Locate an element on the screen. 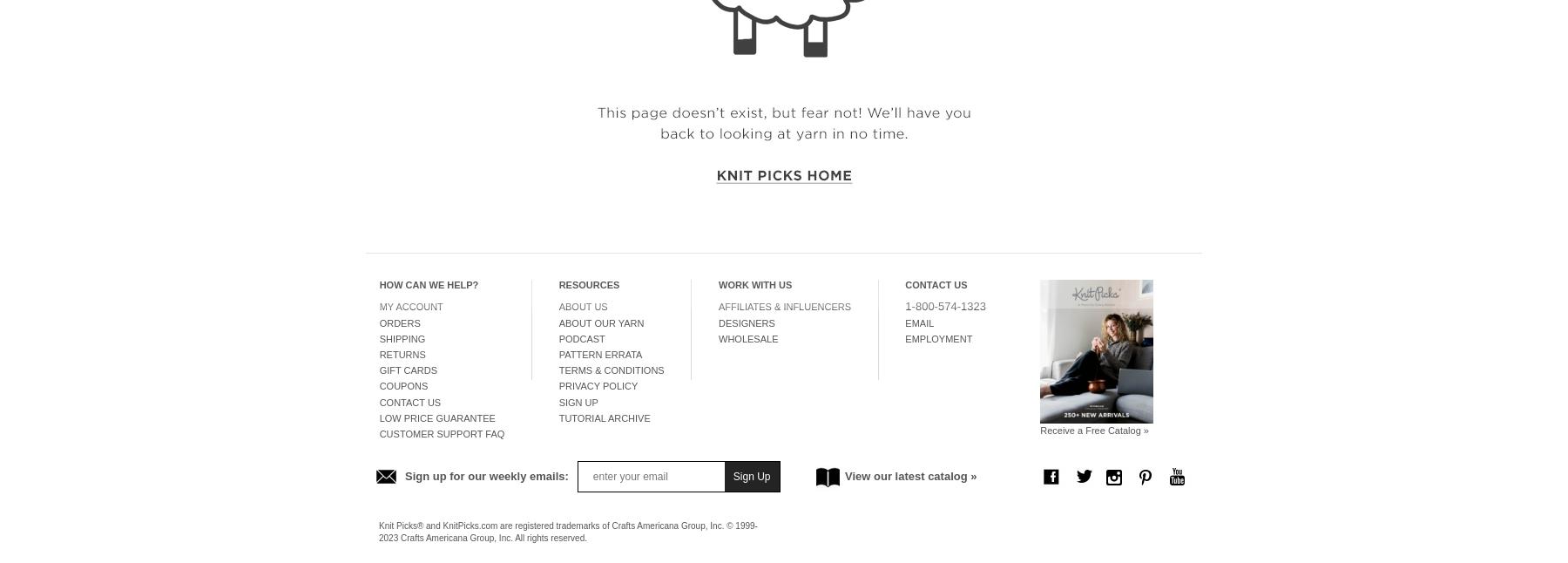  'Sign up for our weekly emails:' is located at coordinates (485, 475).